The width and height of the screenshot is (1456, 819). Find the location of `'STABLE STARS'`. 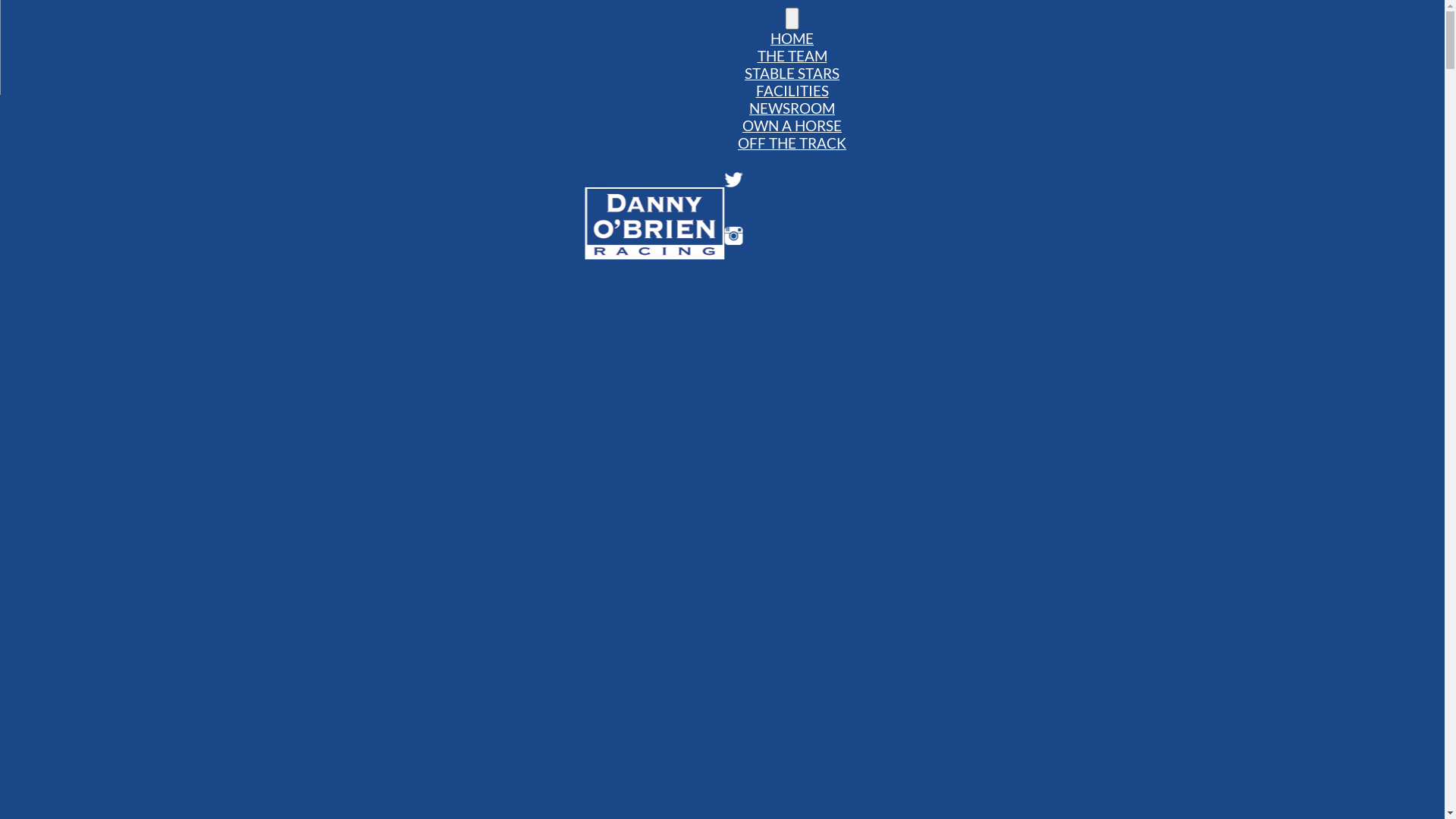

'STABLE STARS' is located at coordinates (739, 73).